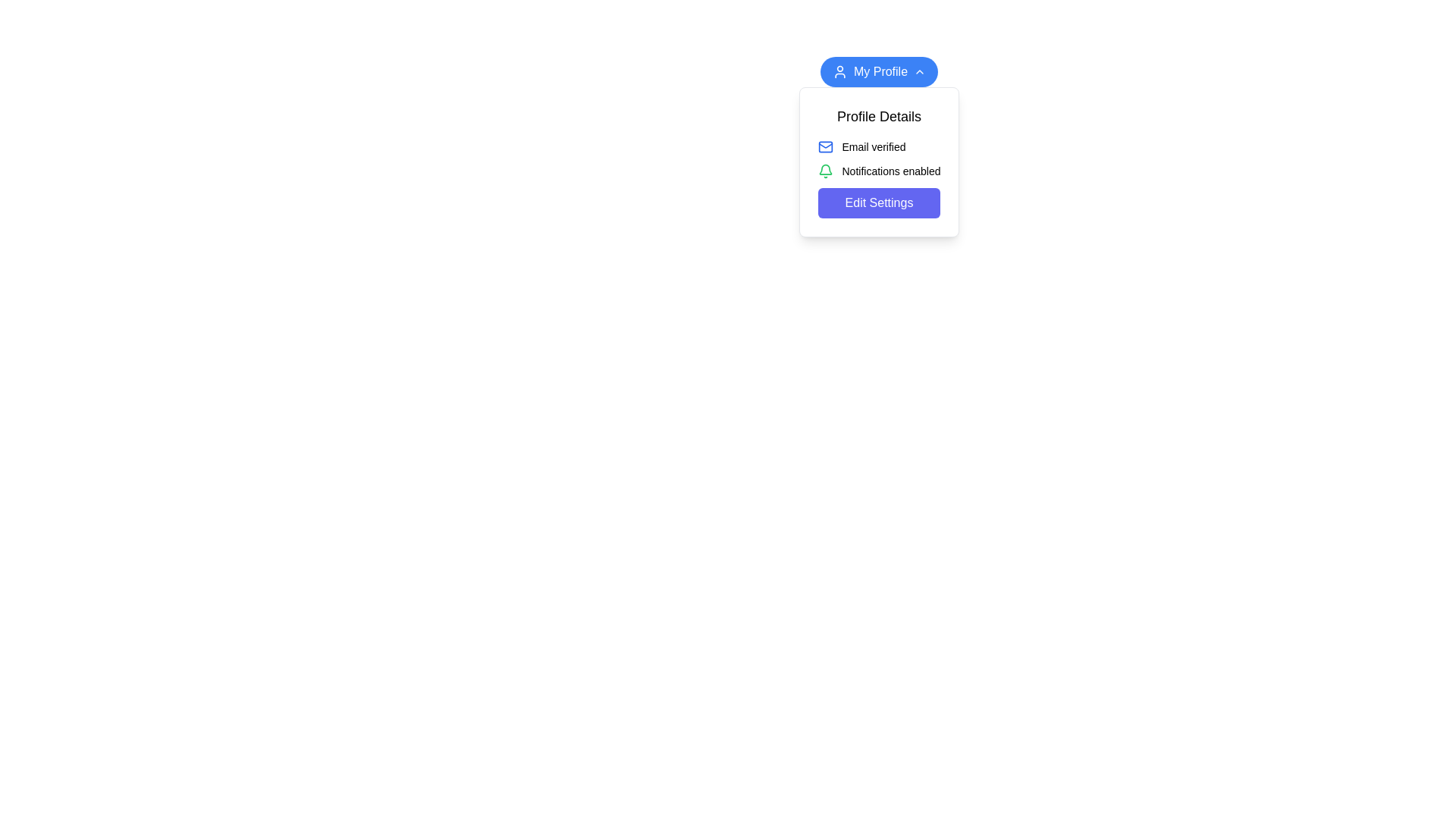 This screenshot has height=819, width=1456. Describe the element at coordinates (879, 162) in the screenshot. I see `the dropdown panel that provides profile details and settings, located directly below the 'My Profile' button` at that location.